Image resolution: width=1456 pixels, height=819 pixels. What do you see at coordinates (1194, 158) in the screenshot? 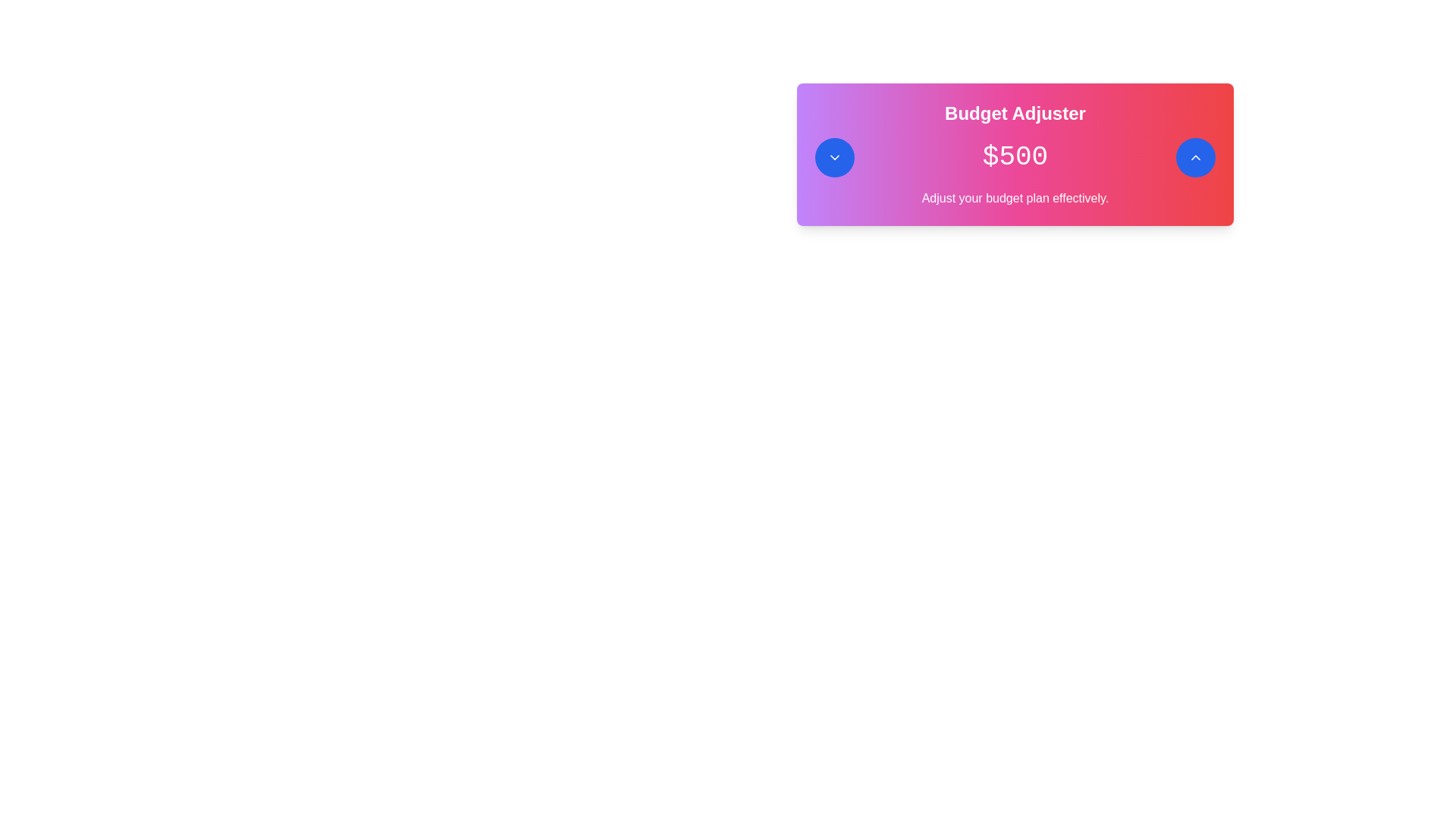
I see `the upward chevron button, which is the rightmost component in a horizontal layout, to increase the value or move upwards in a sequence` at bounding box center [1194, 158].